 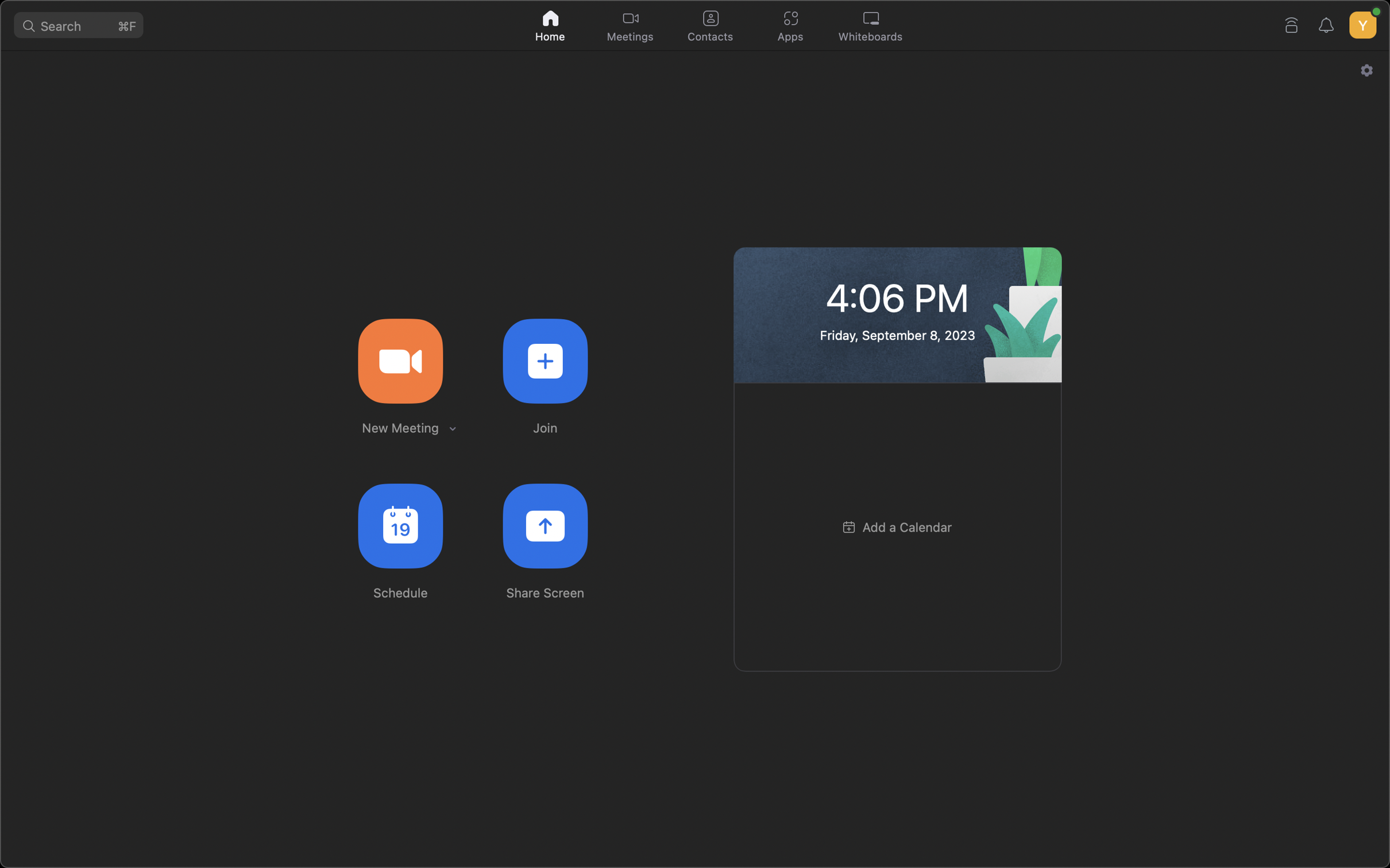 What do you see at coordinates (792, 24) in the screenshot?
I see `the applications button situated at the top` at bounding box center [792, 24].